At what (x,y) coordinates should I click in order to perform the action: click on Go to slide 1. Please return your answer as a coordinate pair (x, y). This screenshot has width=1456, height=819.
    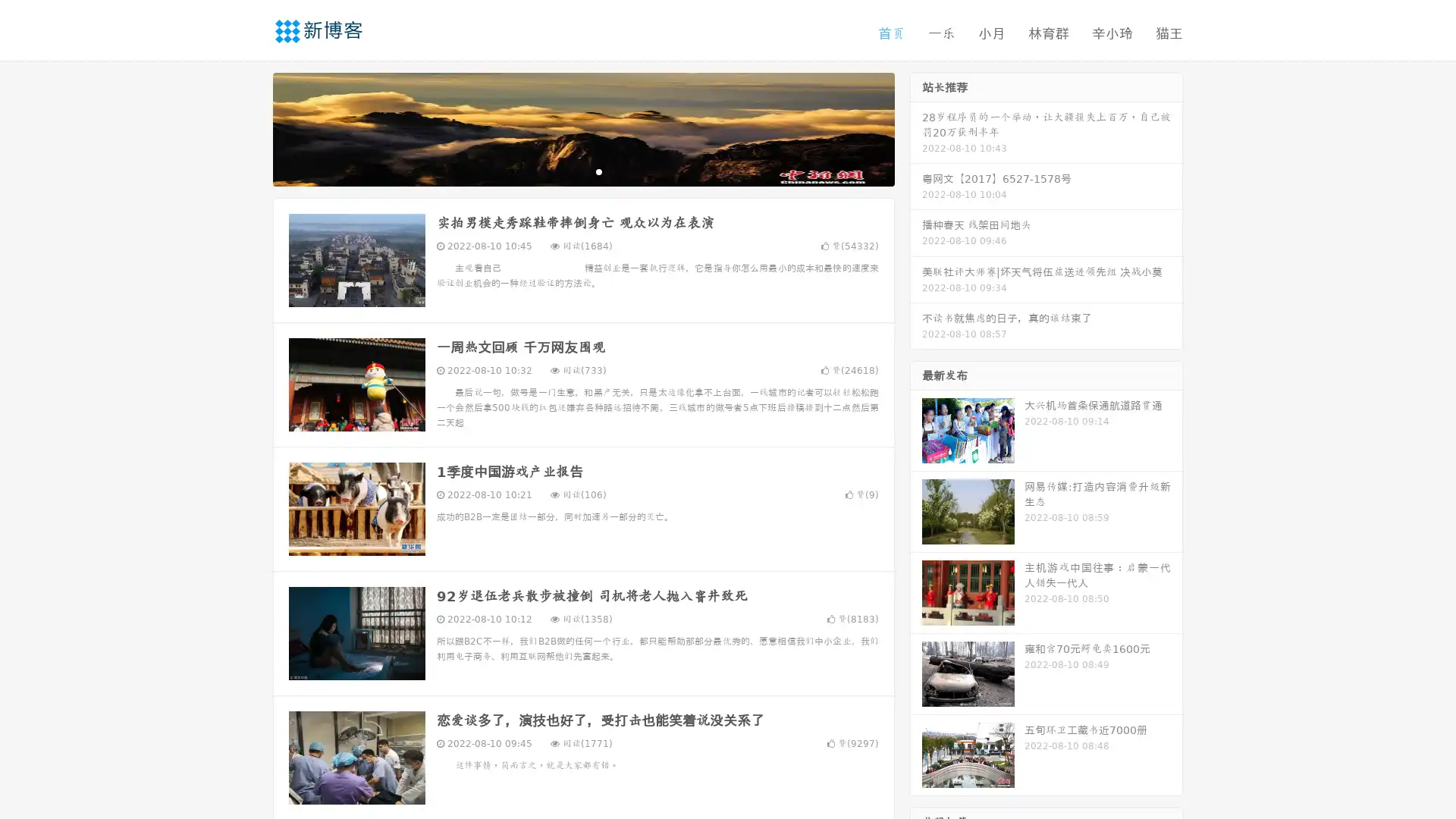
    Looking at the image, I should click on (567, 171).